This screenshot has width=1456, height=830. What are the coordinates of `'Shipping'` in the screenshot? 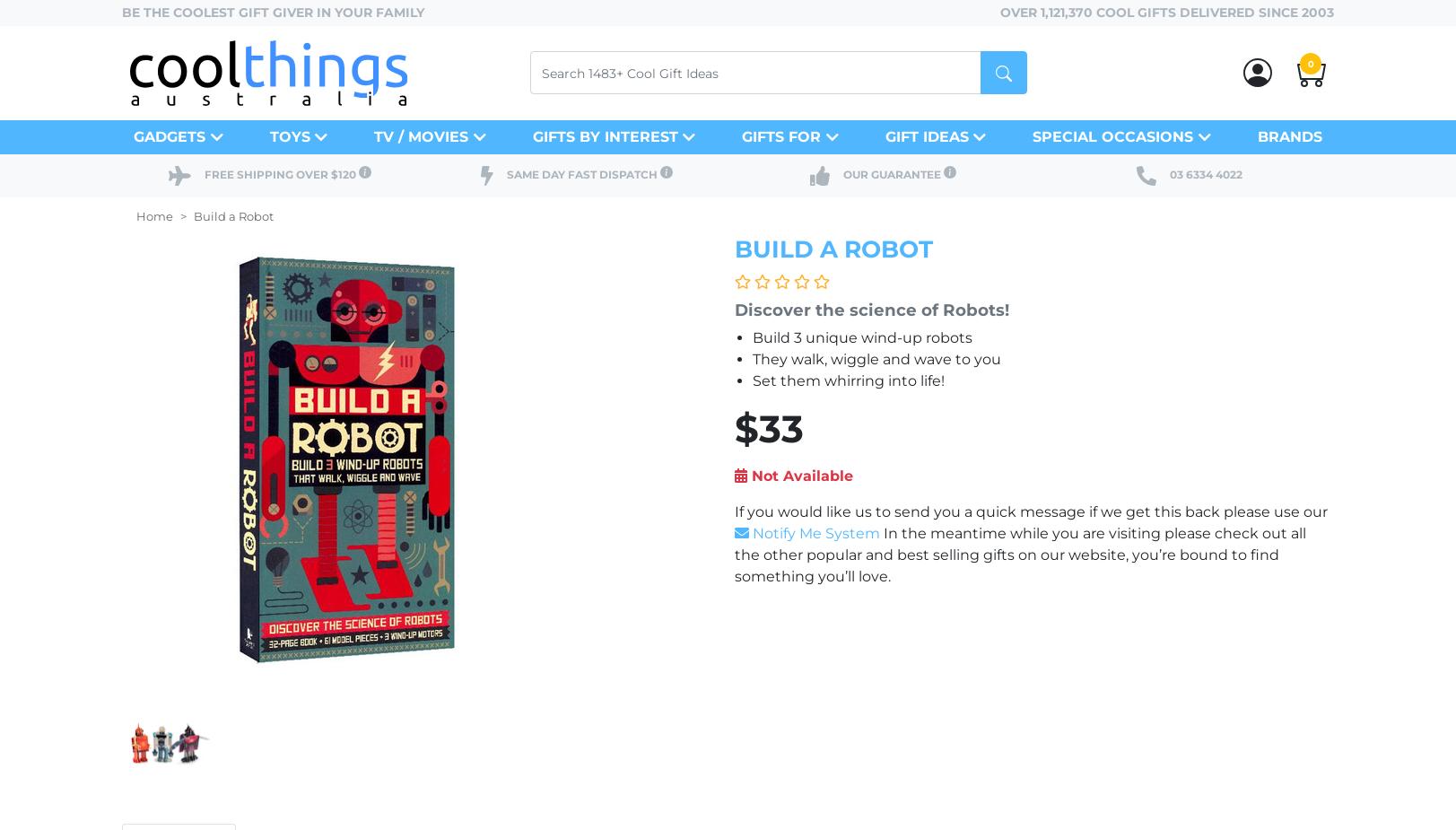 It's located at (237, 172).